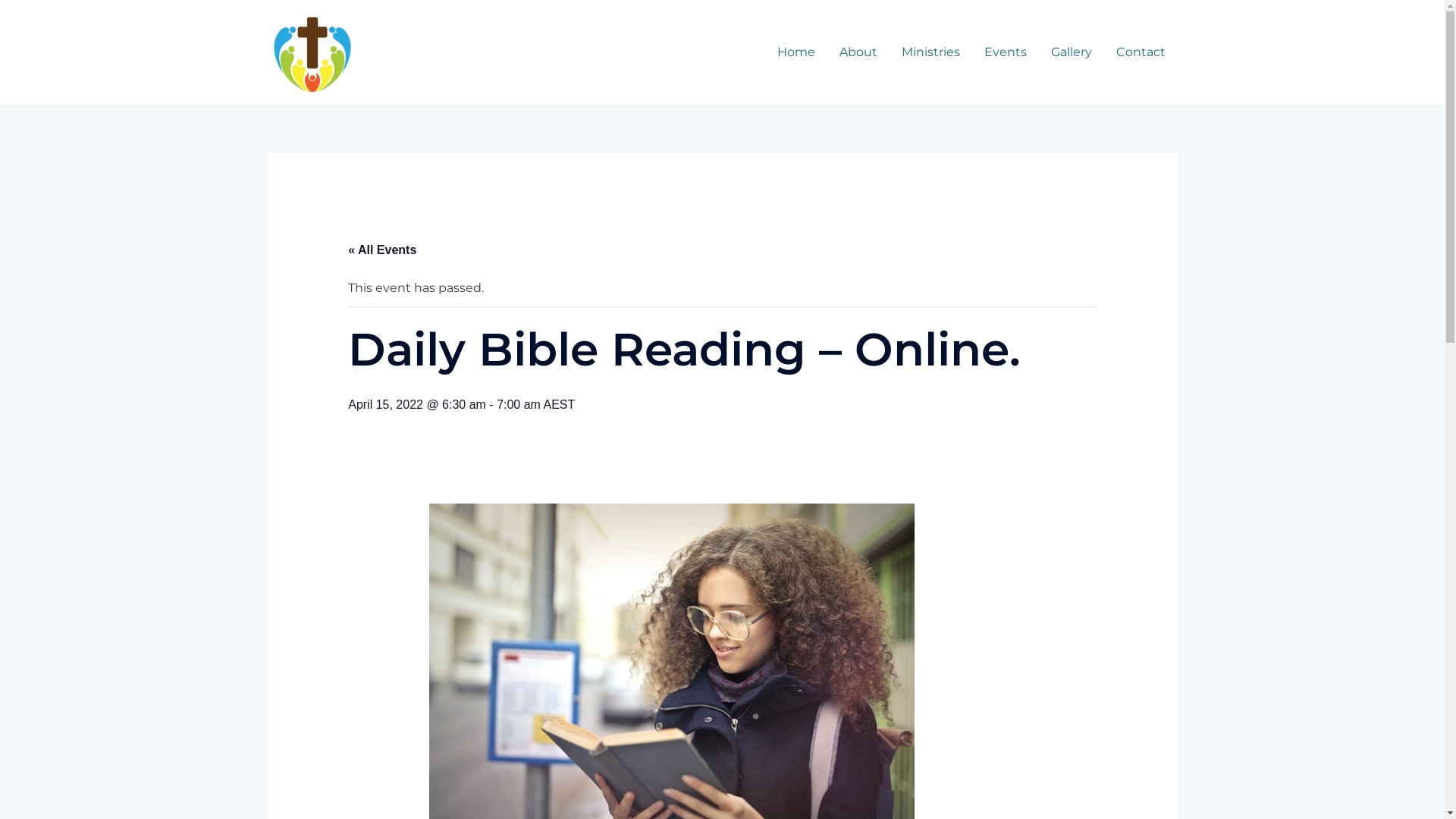 This screenshot has height=819, width=1456. I want to click on 'Contact', so click(1141, 52).